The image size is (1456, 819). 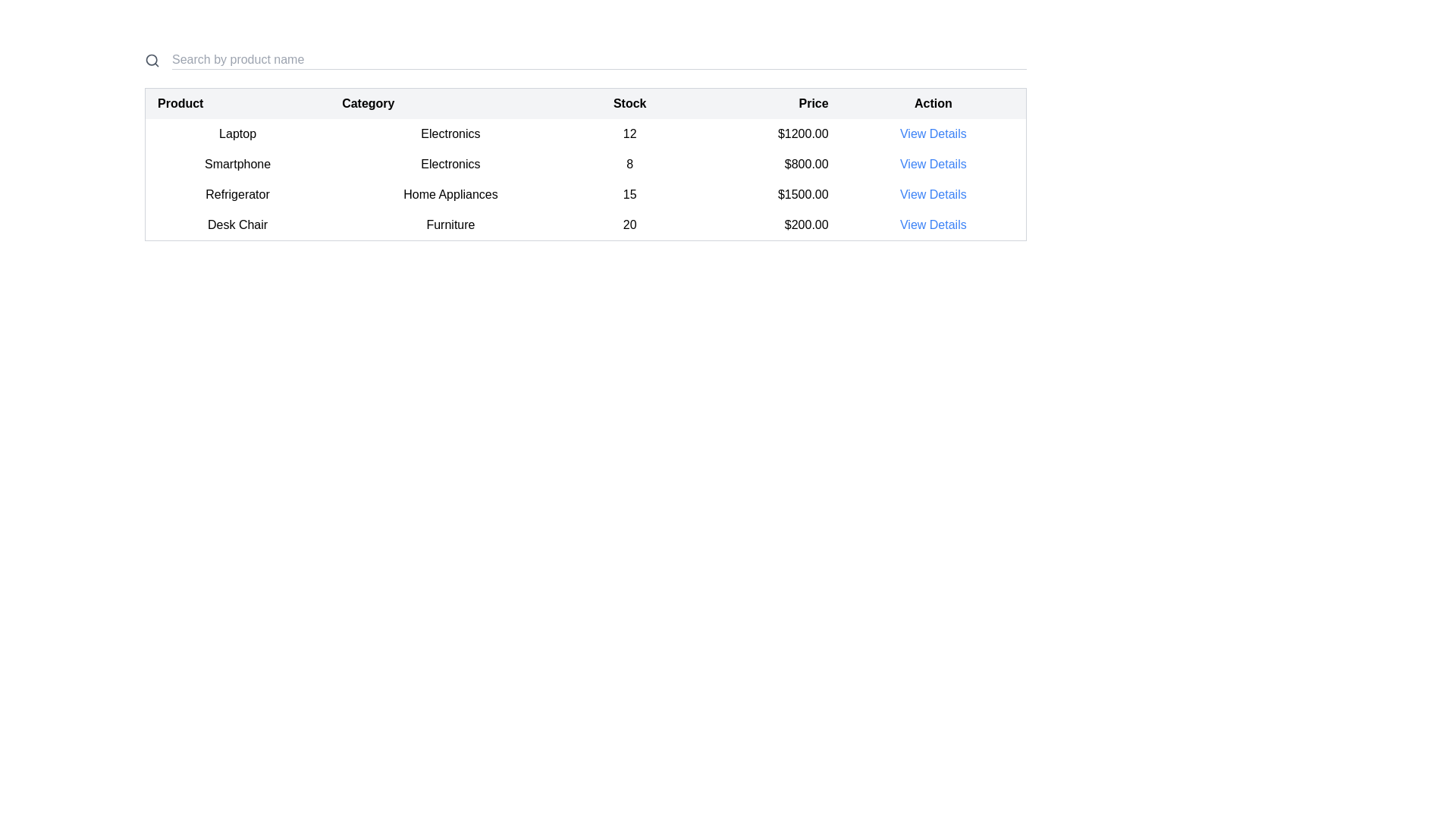 What do you see at coordinates (933, 194) in the screenshot?
I see `the hyperlink in the 'Action' column of the table that links to detailed information about the 'Refrigerator' product to change the text color indicating interactivity` at bounding box center [933, 194].